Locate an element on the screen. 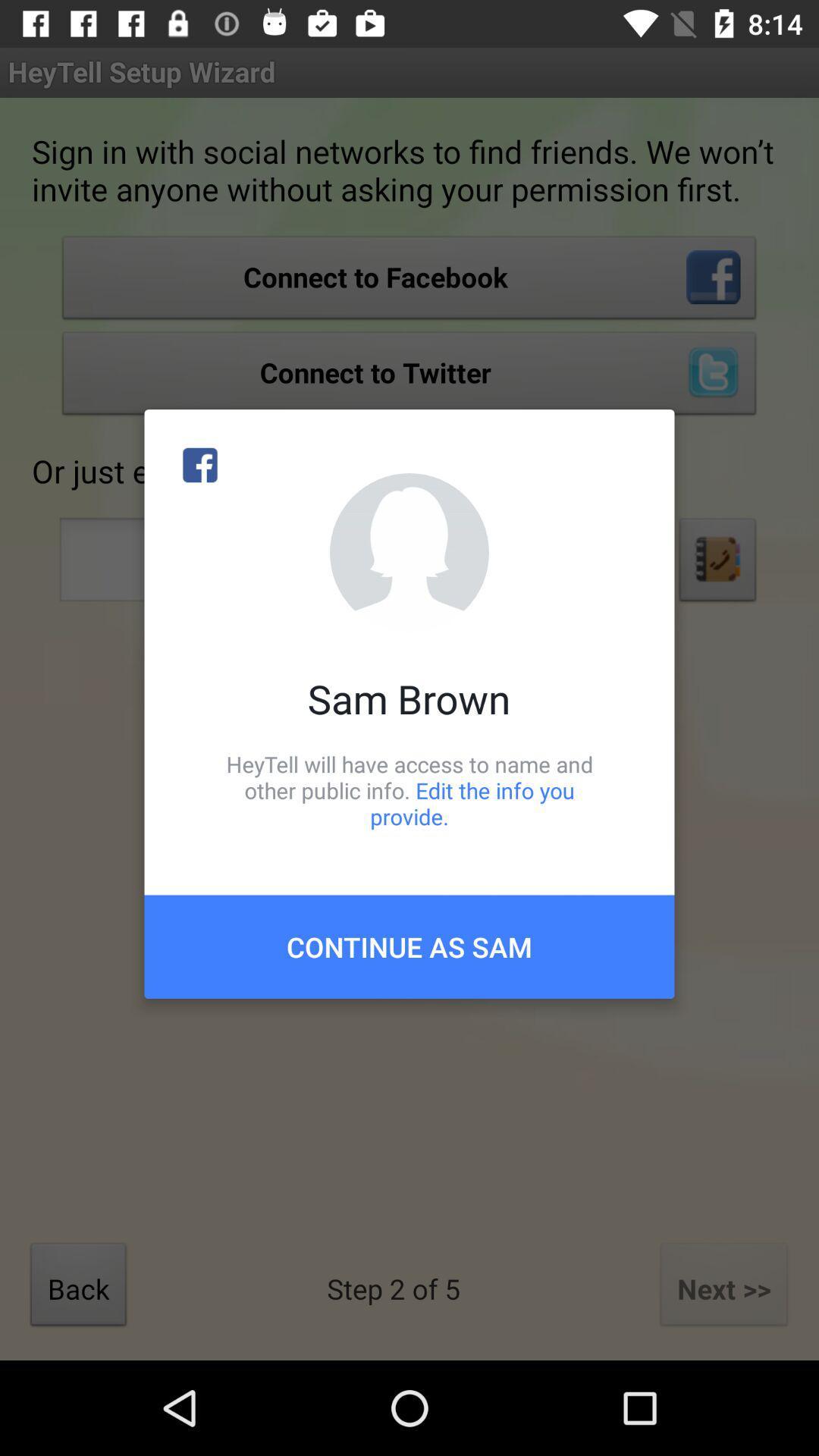 This screenshot has width=819, height=1456. icon below the sam brown icon is located at coordinates (409, 789).